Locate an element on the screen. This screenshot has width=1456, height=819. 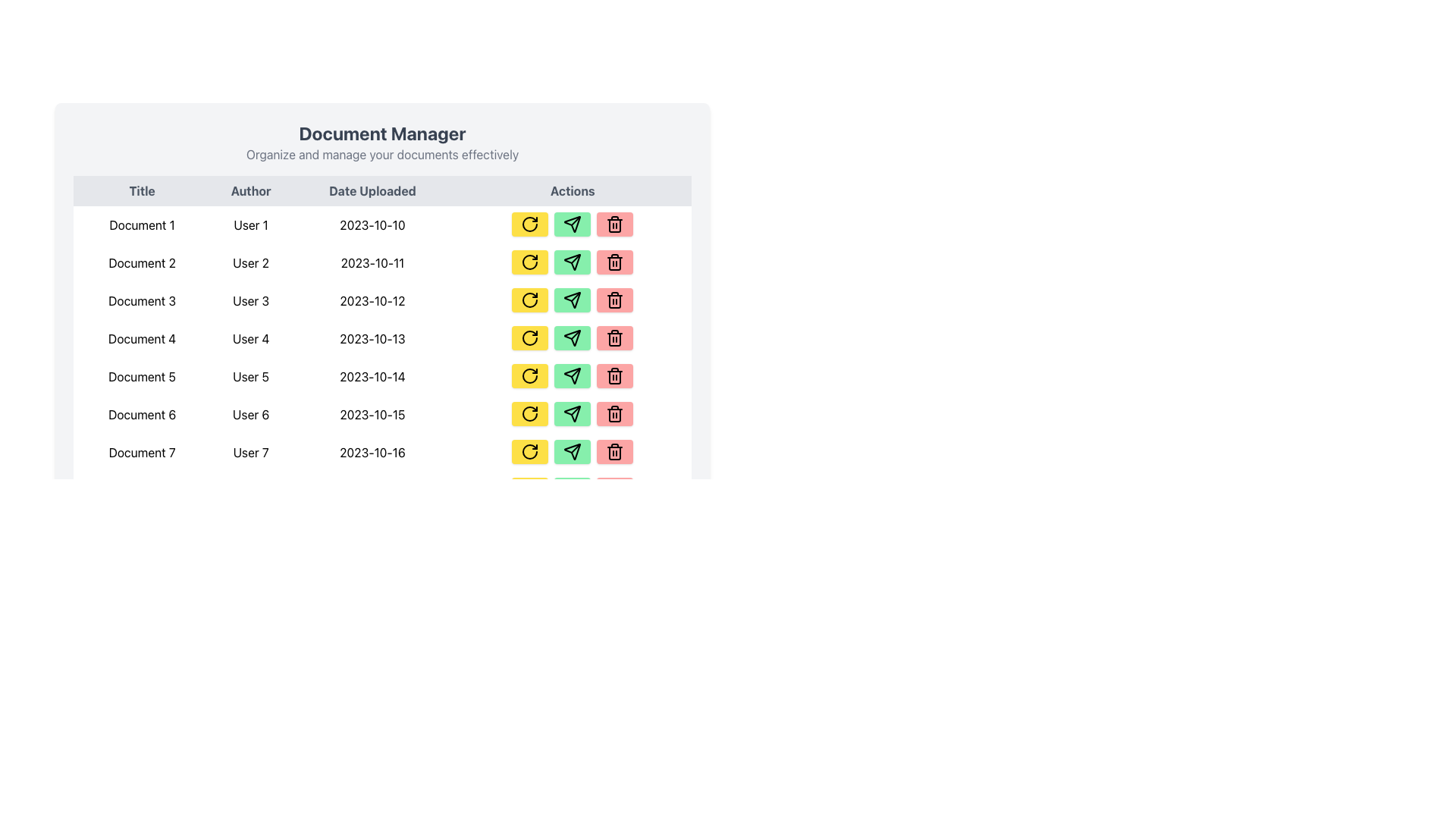
the 'send' button located in the 'Actions' column of the document management interface, positioned between the yellow refresh button and the red delete button for 'Document 6' is located at coordinates (572, 414).